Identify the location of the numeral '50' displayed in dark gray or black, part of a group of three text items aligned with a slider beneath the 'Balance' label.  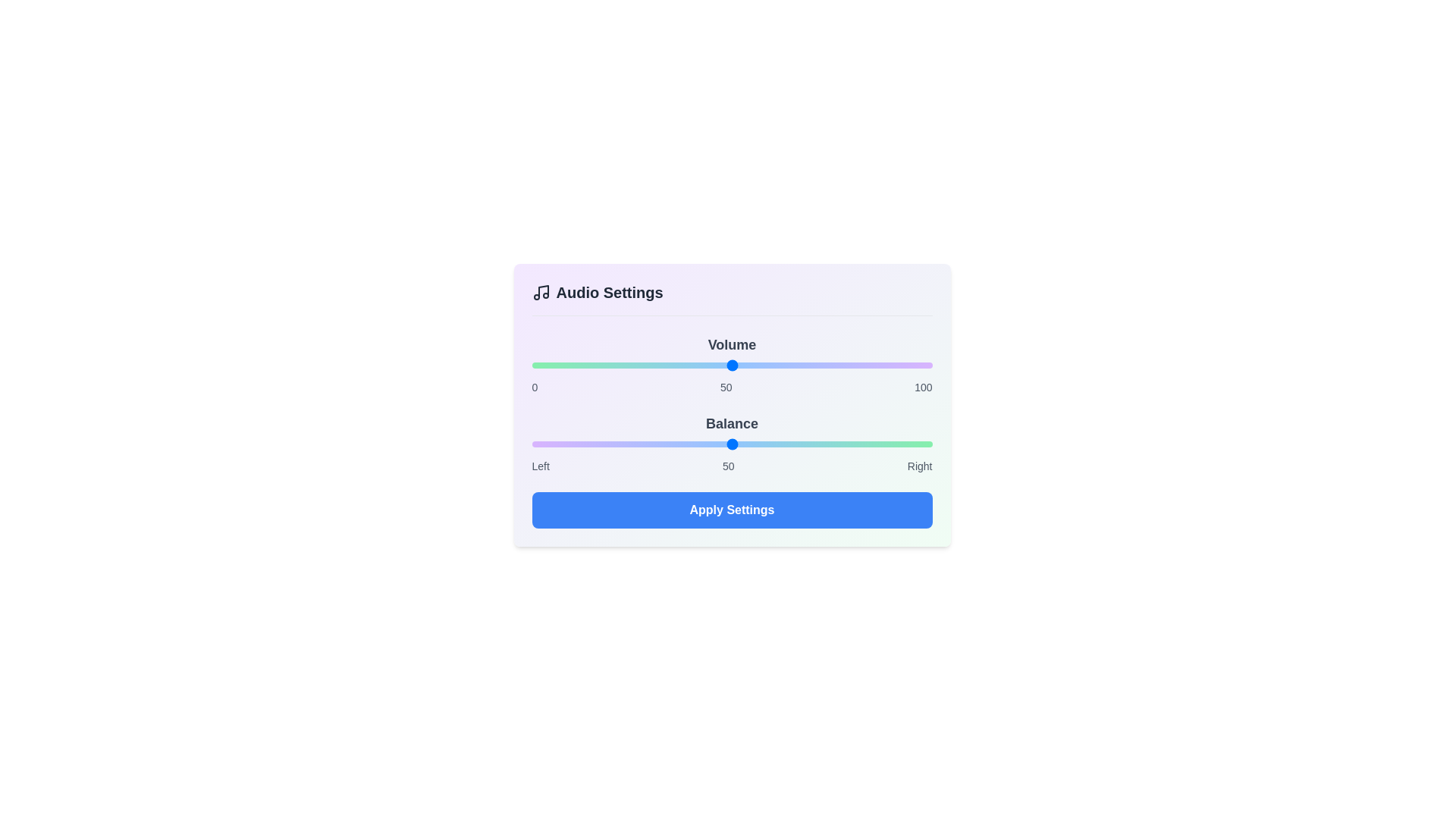
(725, 386).